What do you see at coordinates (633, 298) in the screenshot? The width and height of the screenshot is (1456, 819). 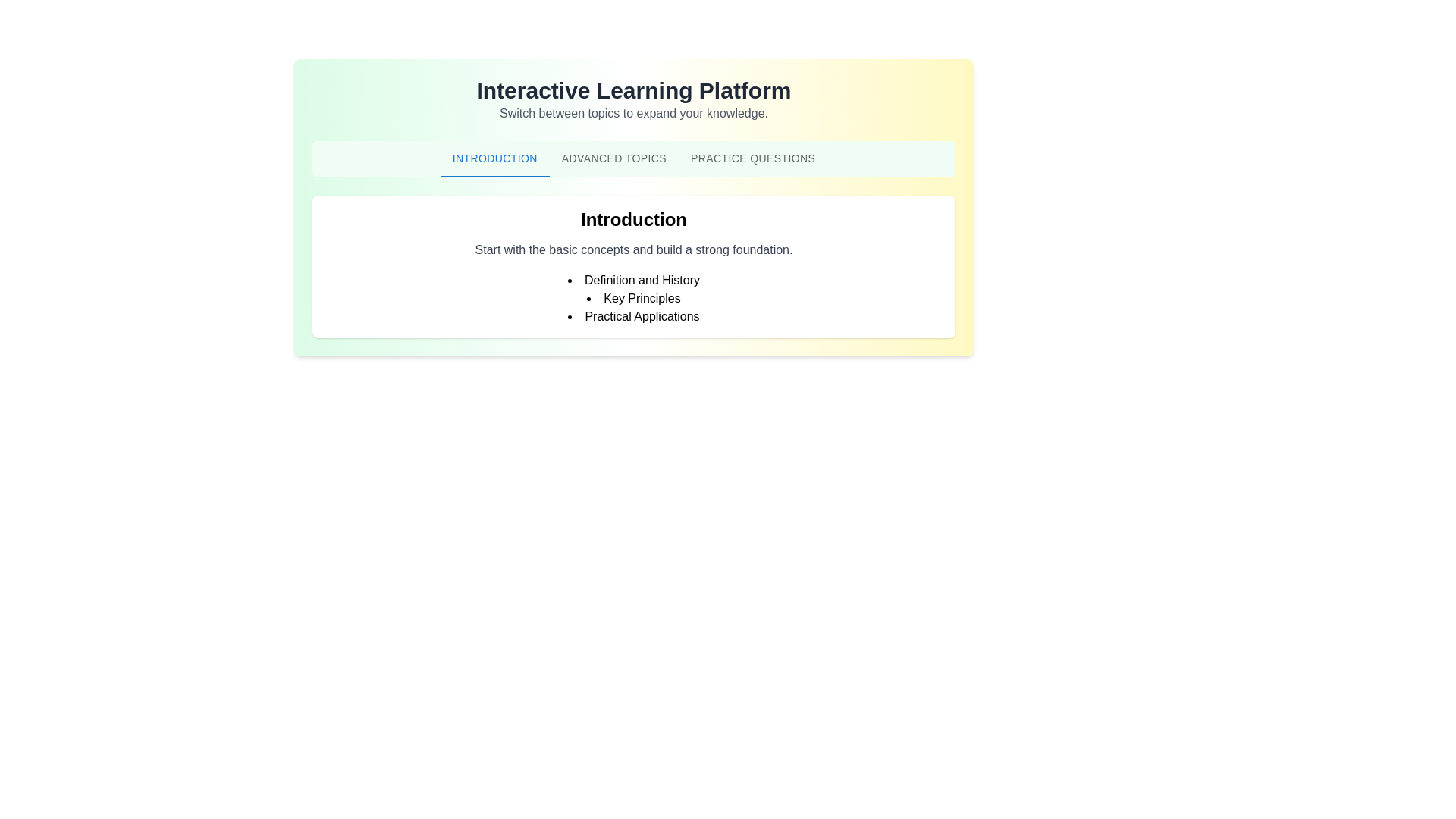 I see `the second list item labeled 'Key Principles' in the Introduction section, located below the first bullet point 'Definition and History'` at bounding box center [633, 298].